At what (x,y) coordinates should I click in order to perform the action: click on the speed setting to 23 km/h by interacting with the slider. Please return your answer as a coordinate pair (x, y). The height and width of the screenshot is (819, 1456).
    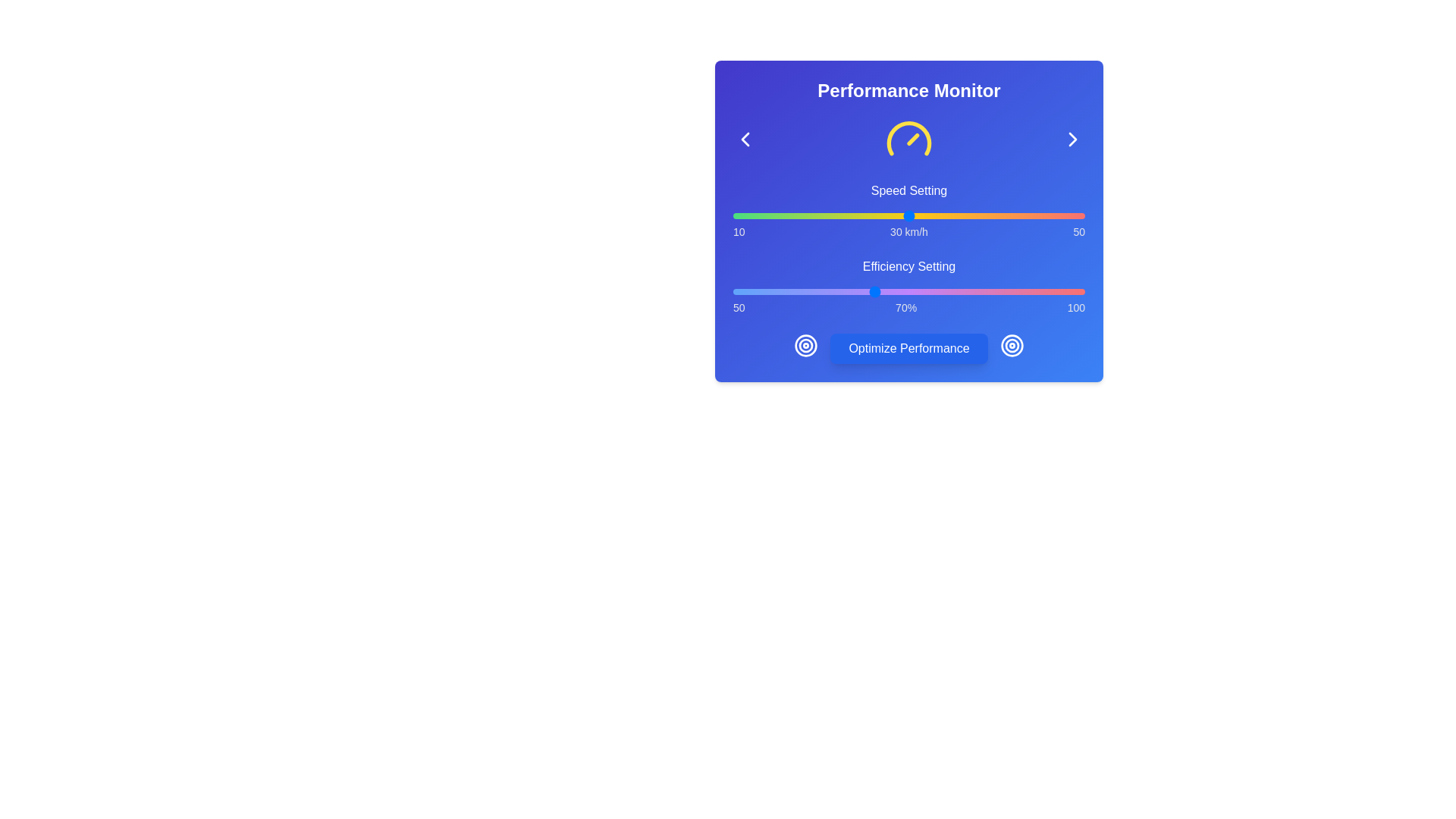
    Looking at the image, I should click on (846, 216).